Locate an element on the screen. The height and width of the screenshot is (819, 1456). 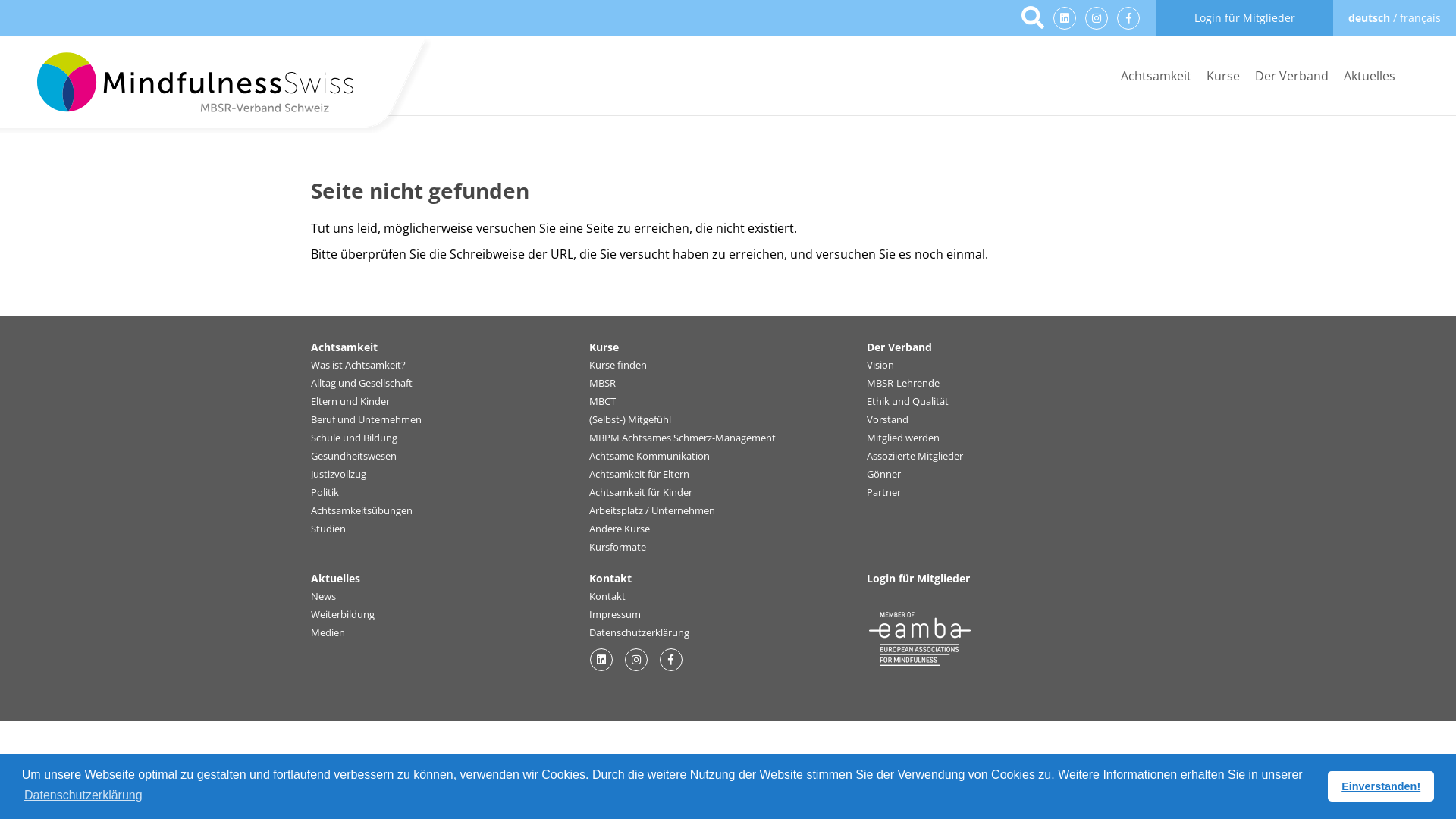
'Justizvollzug' is located at coordinates (337, 473).